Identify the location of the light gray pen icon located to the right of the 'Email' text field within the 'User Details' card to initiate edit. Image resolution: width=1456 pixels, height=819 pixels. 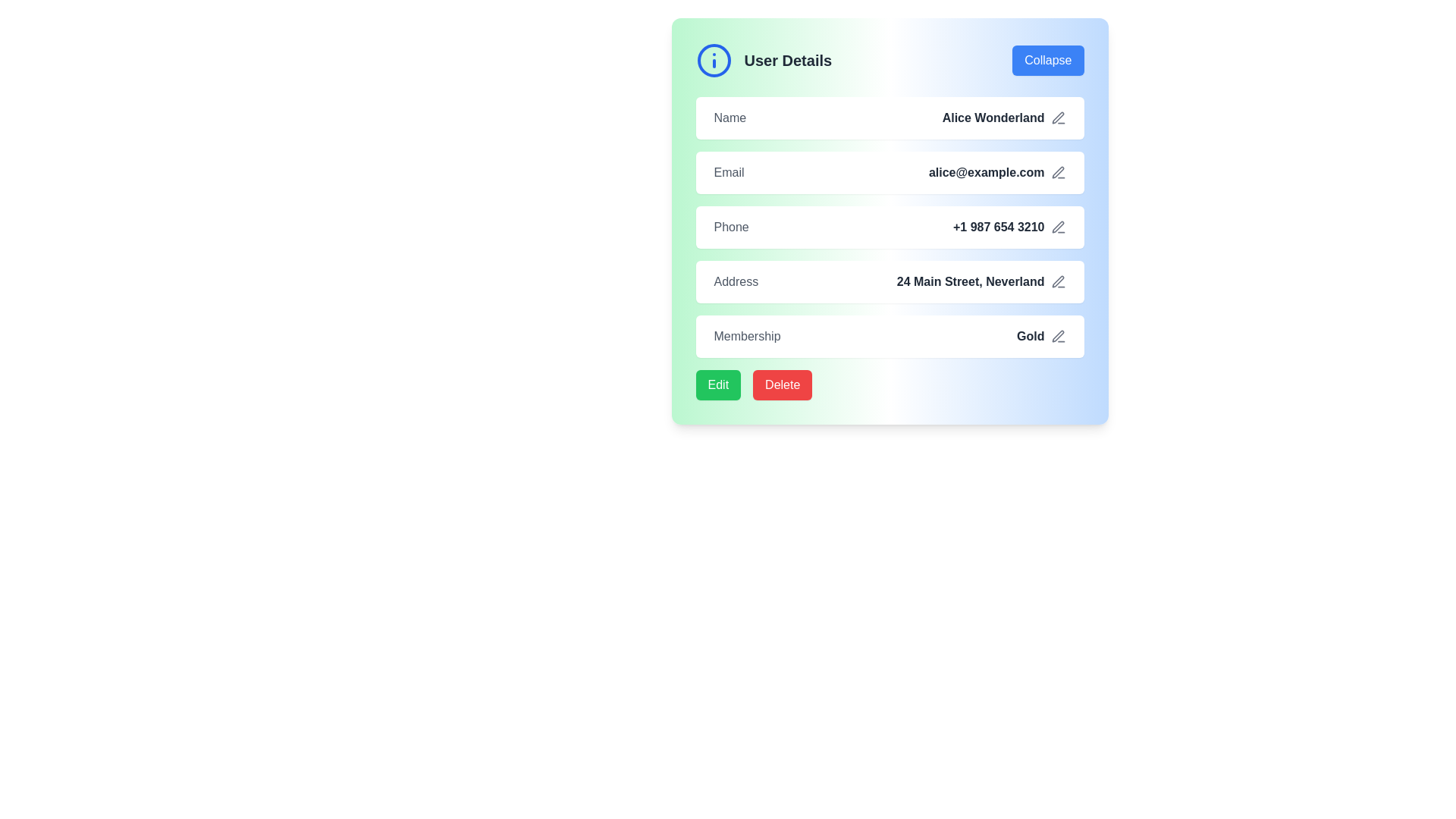
(1057, 171).